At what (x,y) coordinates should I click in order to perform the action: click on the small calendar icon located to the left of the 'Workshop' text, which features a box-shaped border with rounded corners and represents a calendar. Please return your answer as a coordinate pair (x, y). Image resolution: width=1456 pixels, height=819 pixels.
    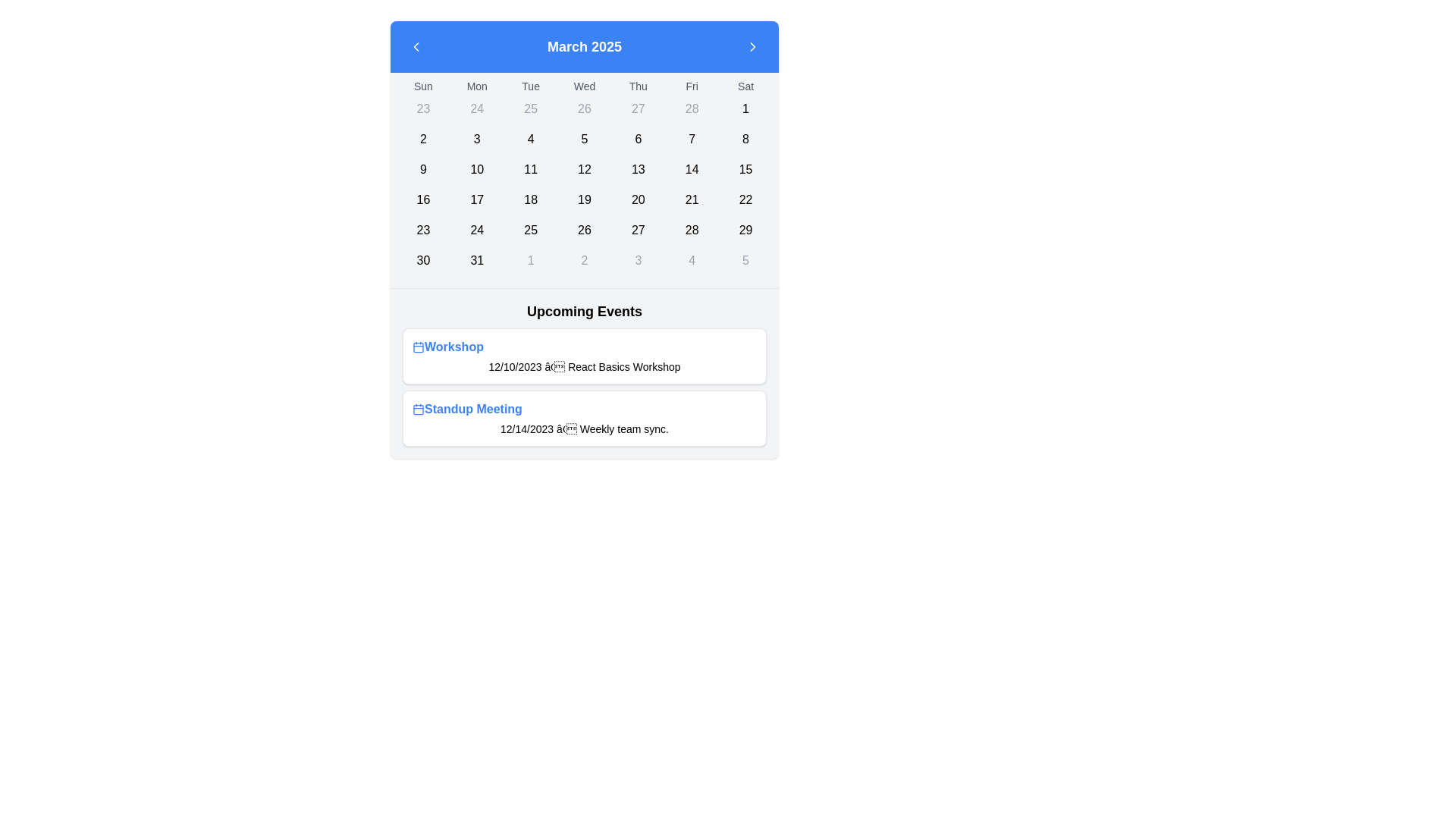
    Looking at the image, I should click on (419, 347).